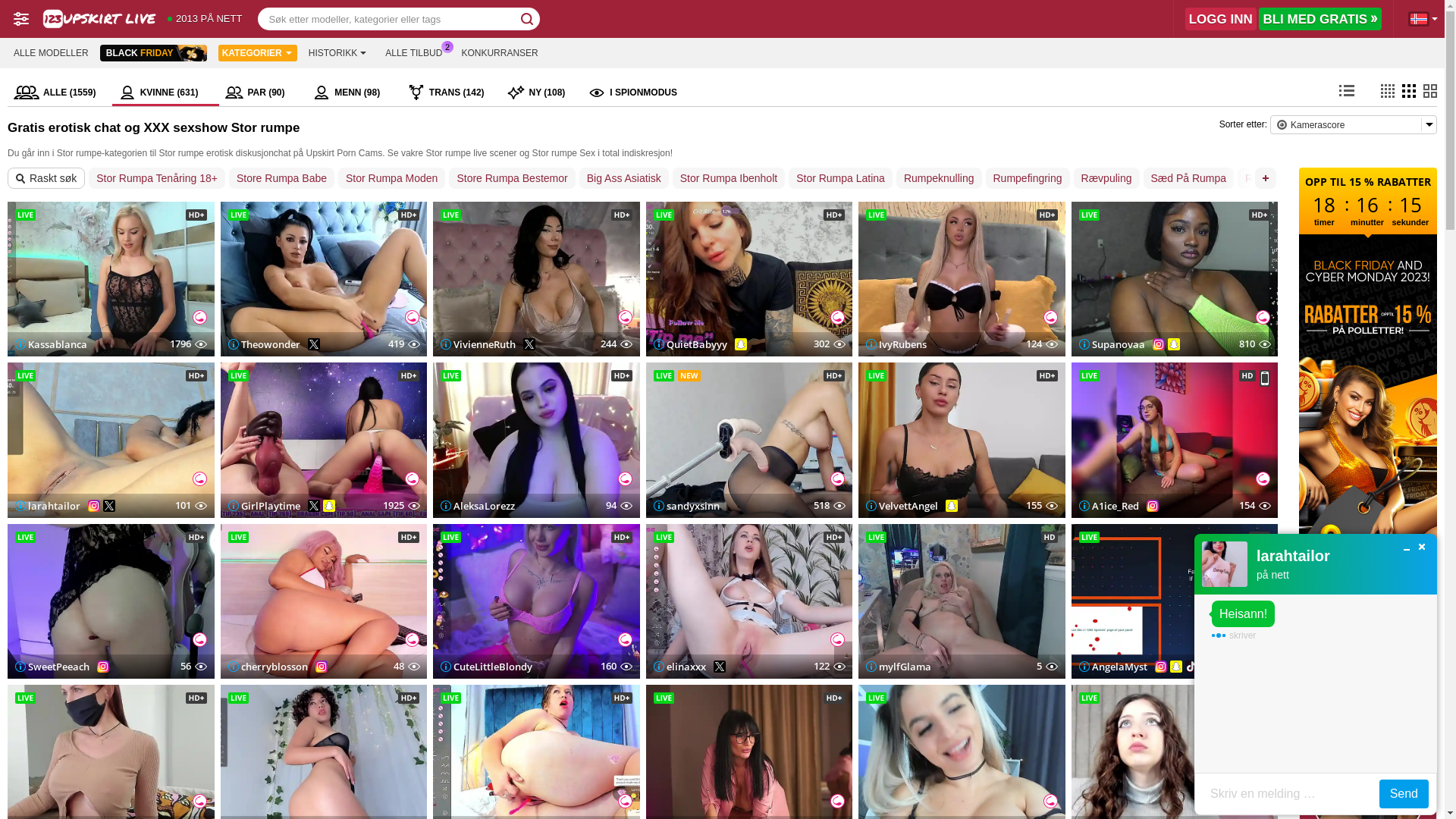 The height and width of the screenshot is (819, 1456). I want to click on 'TRANS (142)', so click(401, 93).